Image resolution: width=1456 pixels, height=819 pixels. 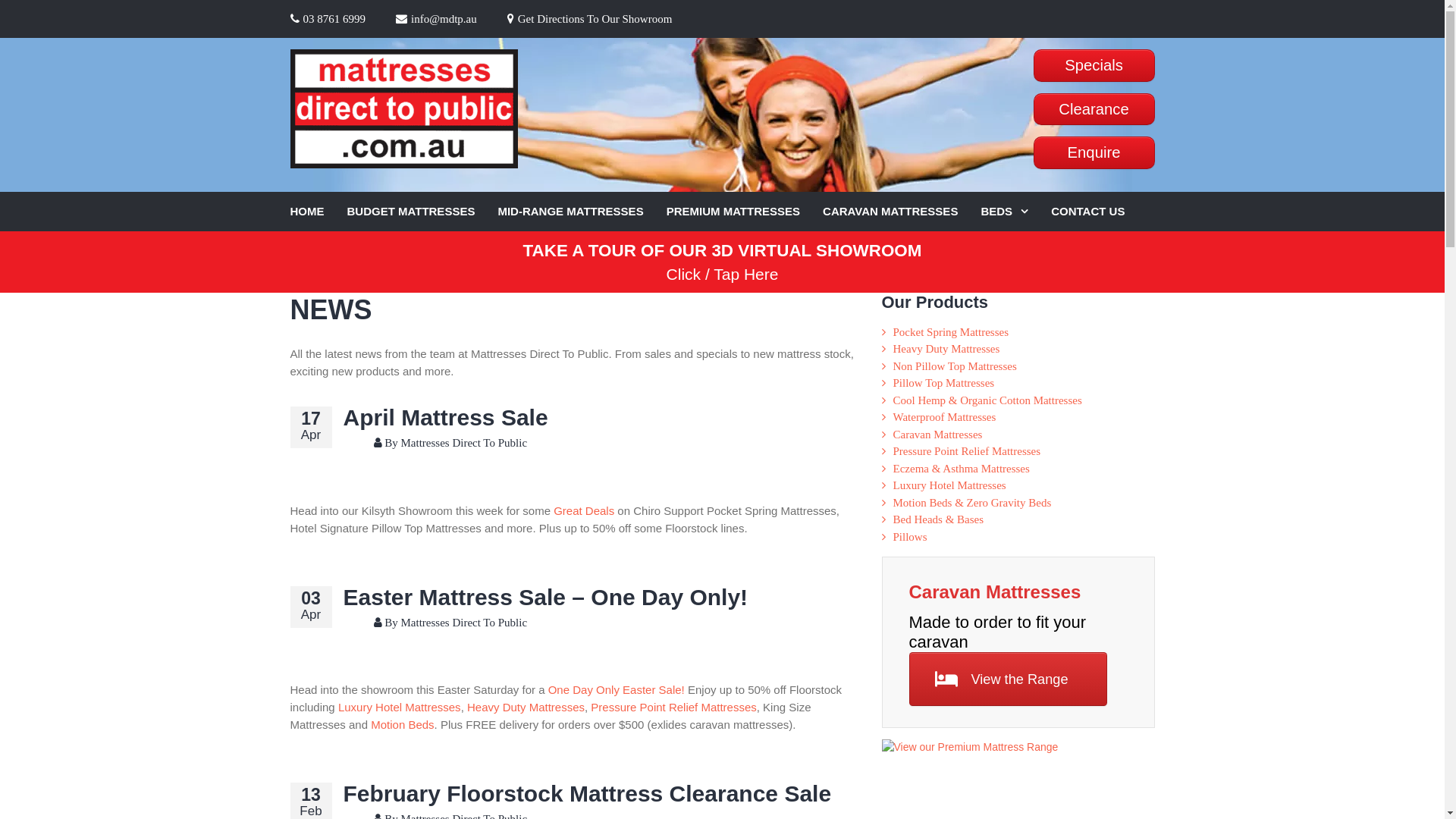 What do you see at coordinates (1032, 64) in the screenshot?
I see `'Specials'` at bounding box center [1032, 64].